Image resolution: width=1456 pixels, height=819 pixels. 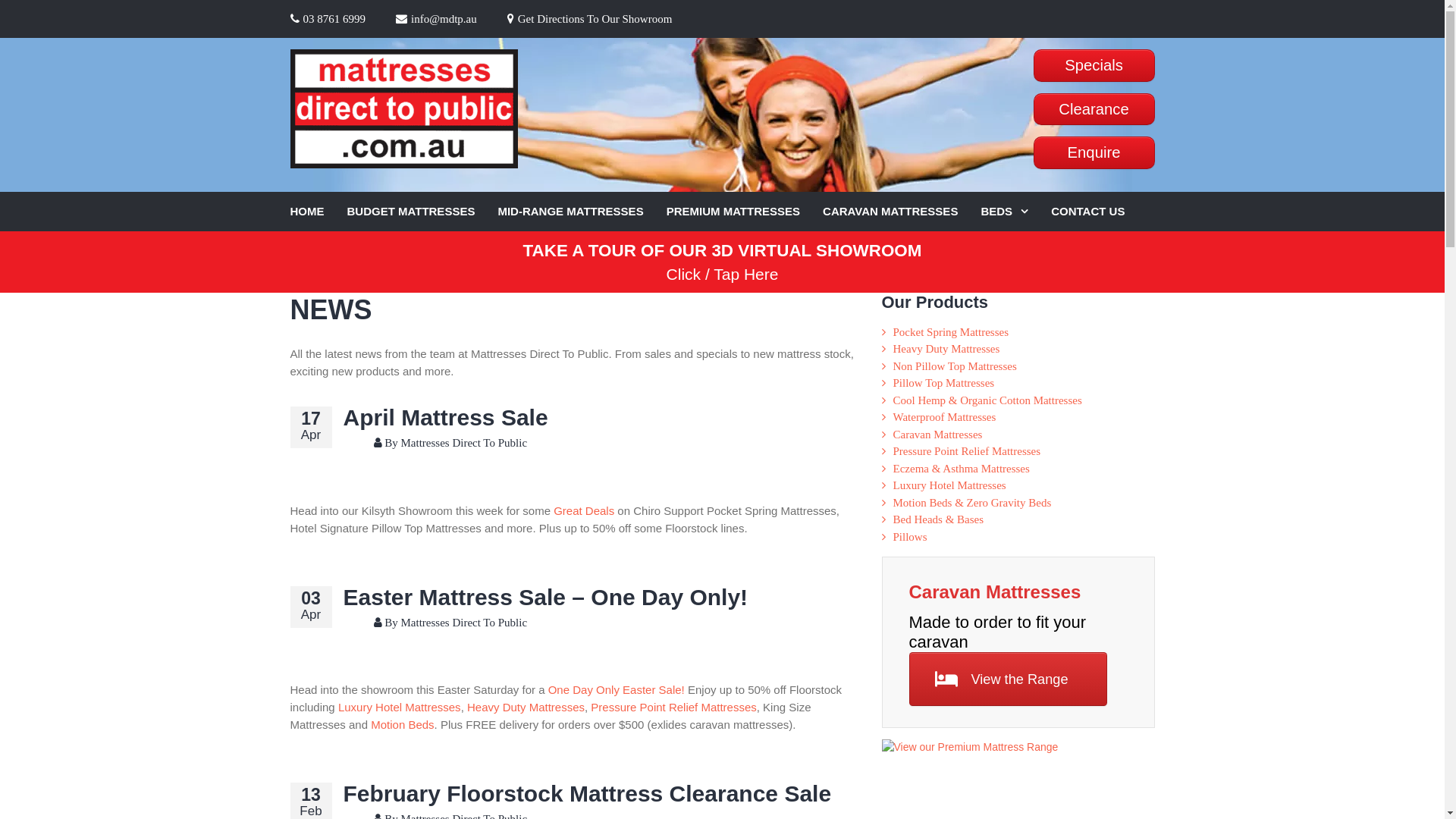 What do you see at coordinates (1032, 64) in the screenshot?
I see `'Specials'` at bounding box center [1032, 64].